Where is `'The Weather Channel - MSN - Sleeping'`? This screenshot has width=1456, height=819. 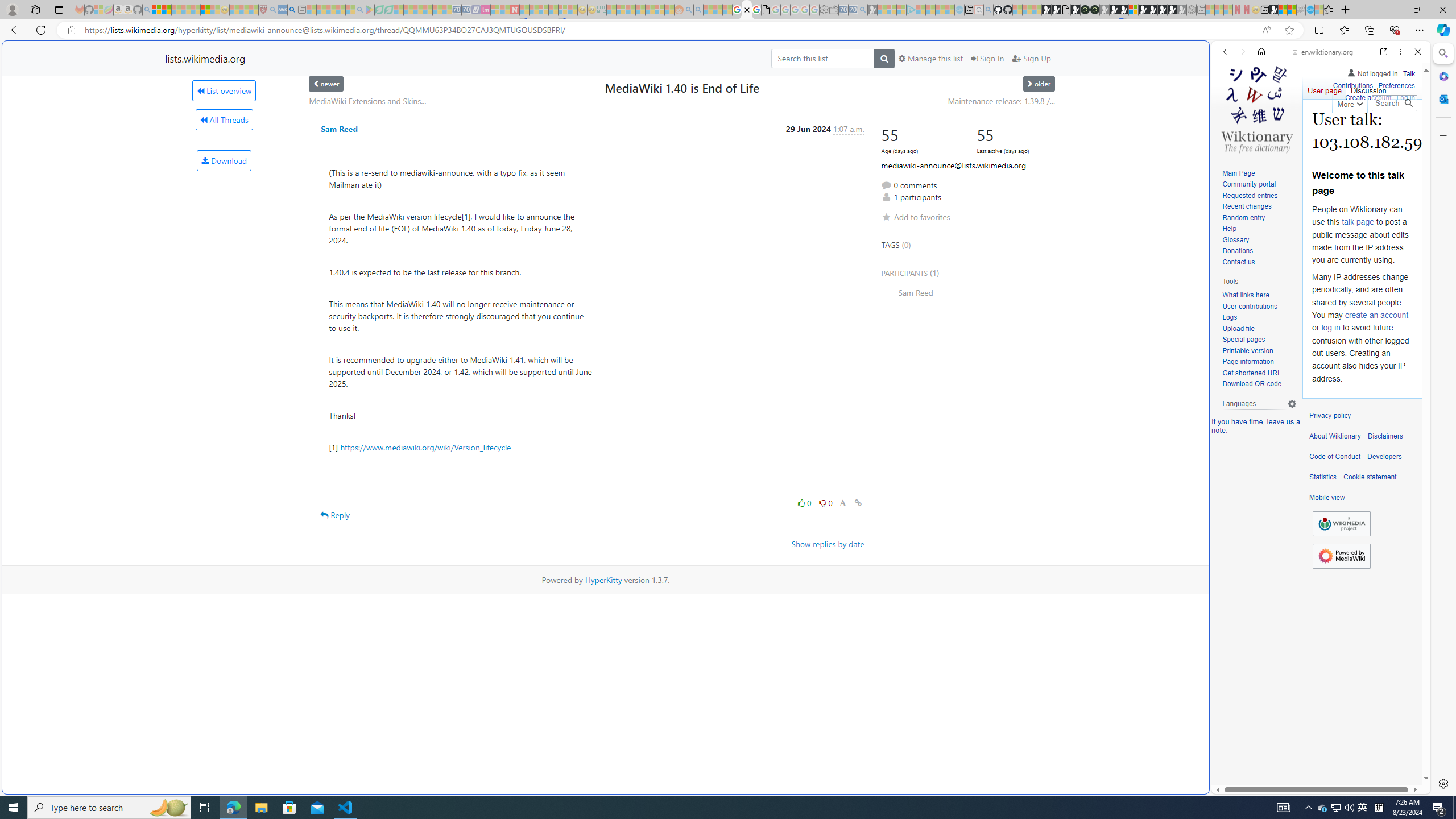 'The Weather Channel - MSN - Sleeping' is located at coordinates (176, 9).